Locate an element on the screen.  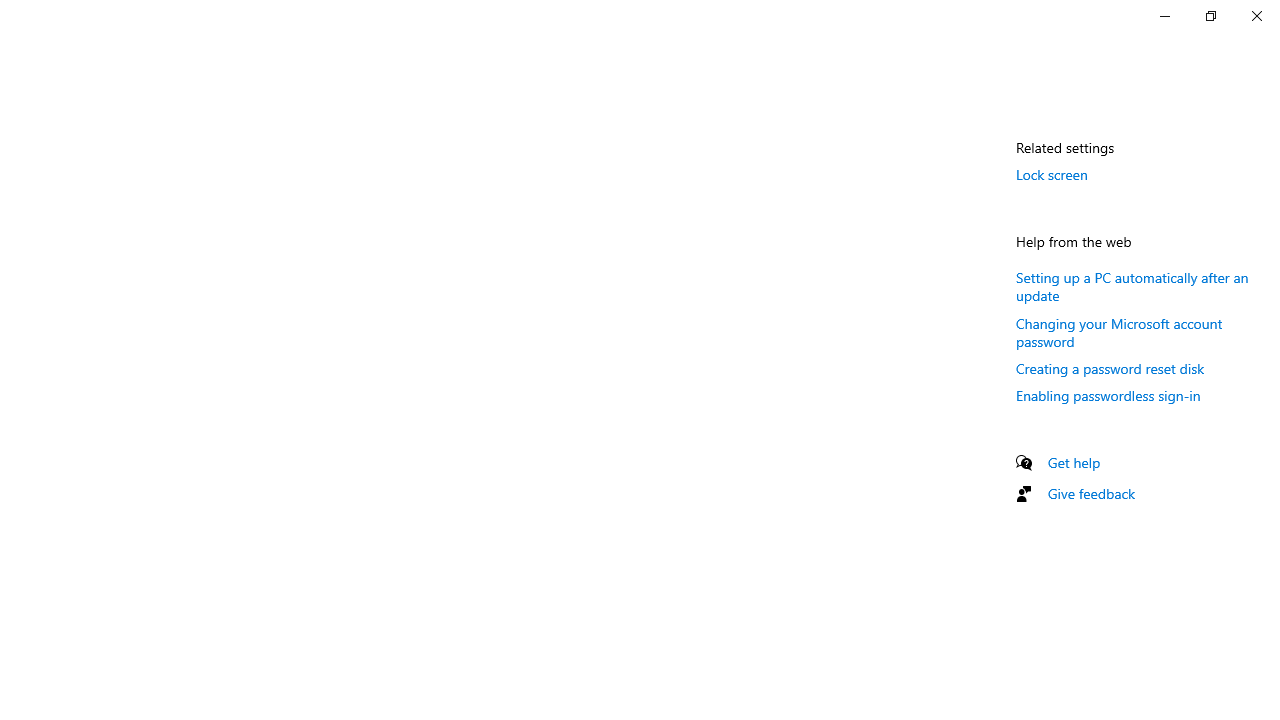
'Close Settings' is located at coordinates (1255, 15).